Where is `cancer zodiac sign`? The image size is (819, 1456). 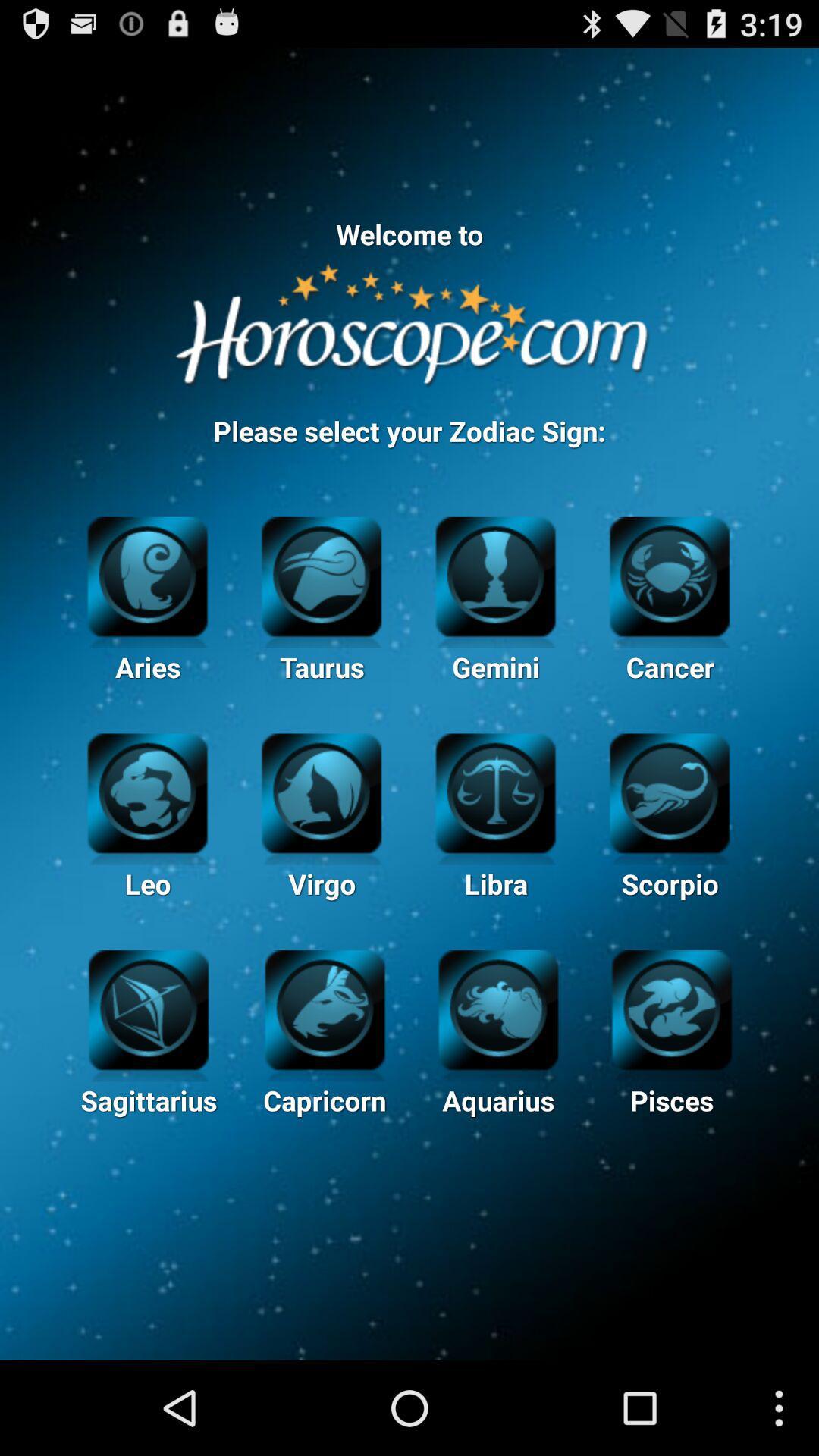 cancer zodiac sign is located at coordinates (669, 573).